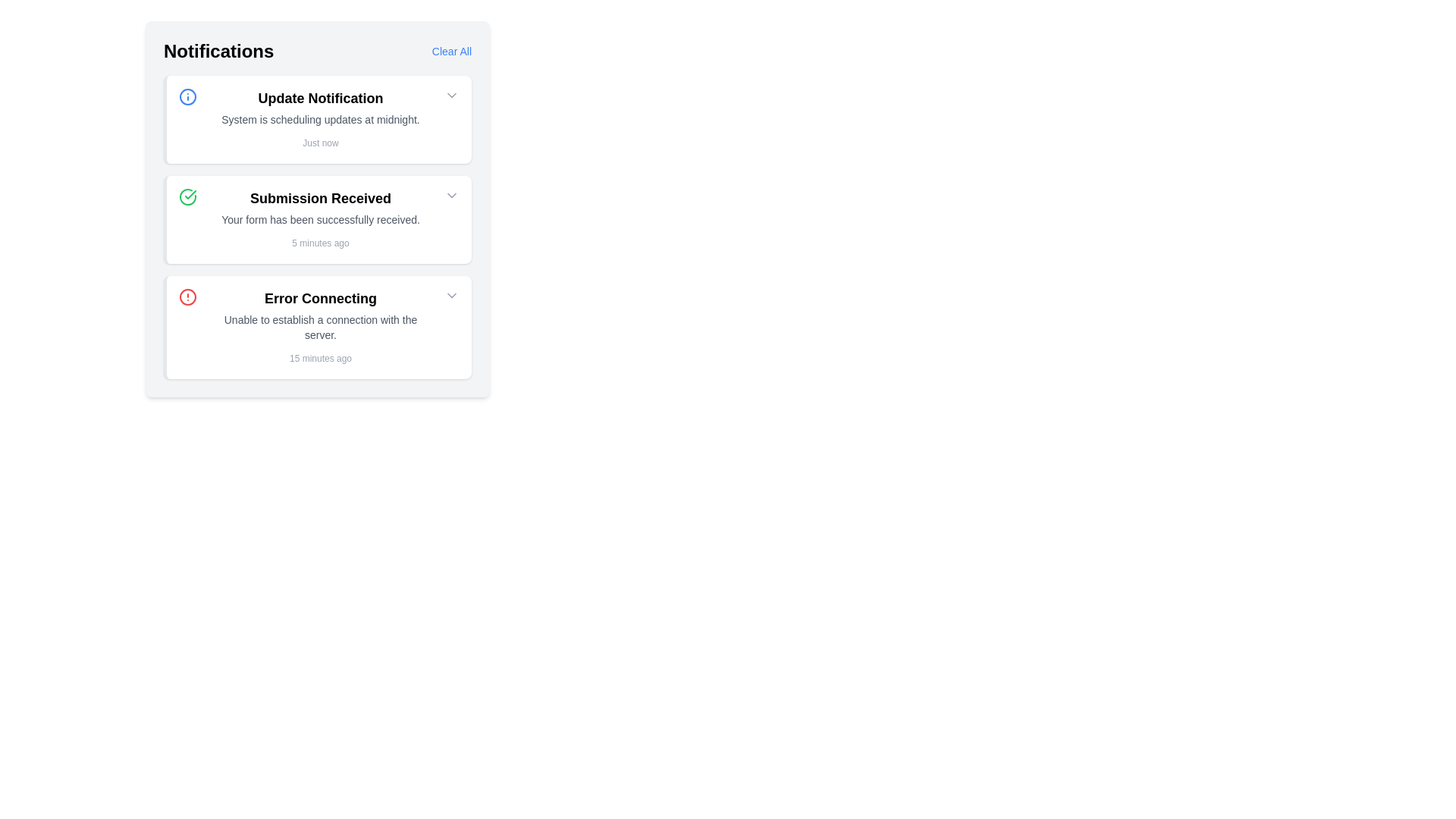 The height and width of the screenshot is (819, 1456). What do you see at coordinates (319, 219) in the screenshot?
I see `the second notification block that displays the message 'Submission Received' with additional information 'Your form has been successfully received.' and a timestamp '5 minutes ago'` at bounding box center [319, 219].